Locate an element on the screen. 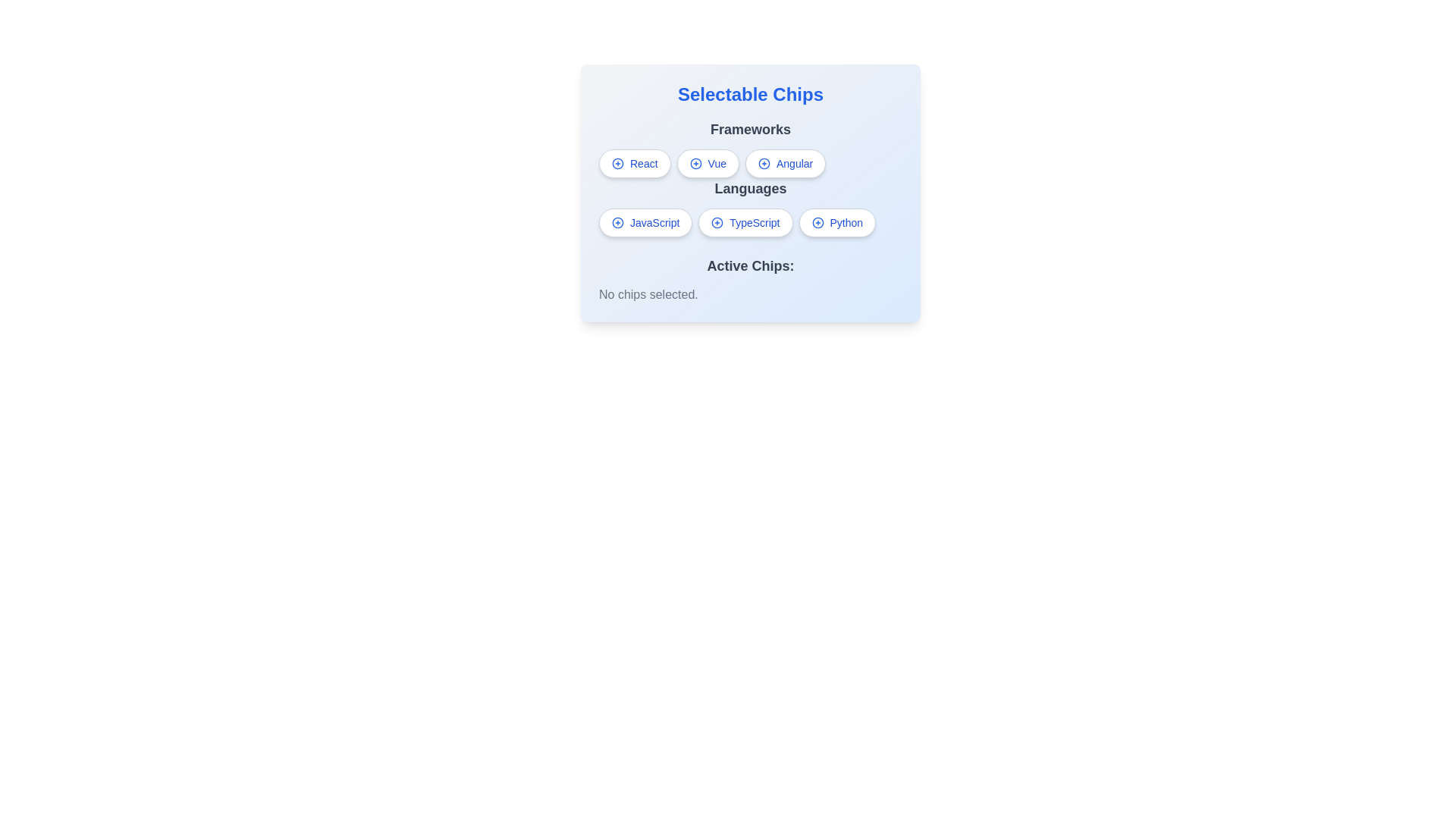 Image resolution: width=1456 pixels, height=819 pixels. the 'JavaScript' button located in the 'Languages' section is located at coordinates (645, 222).